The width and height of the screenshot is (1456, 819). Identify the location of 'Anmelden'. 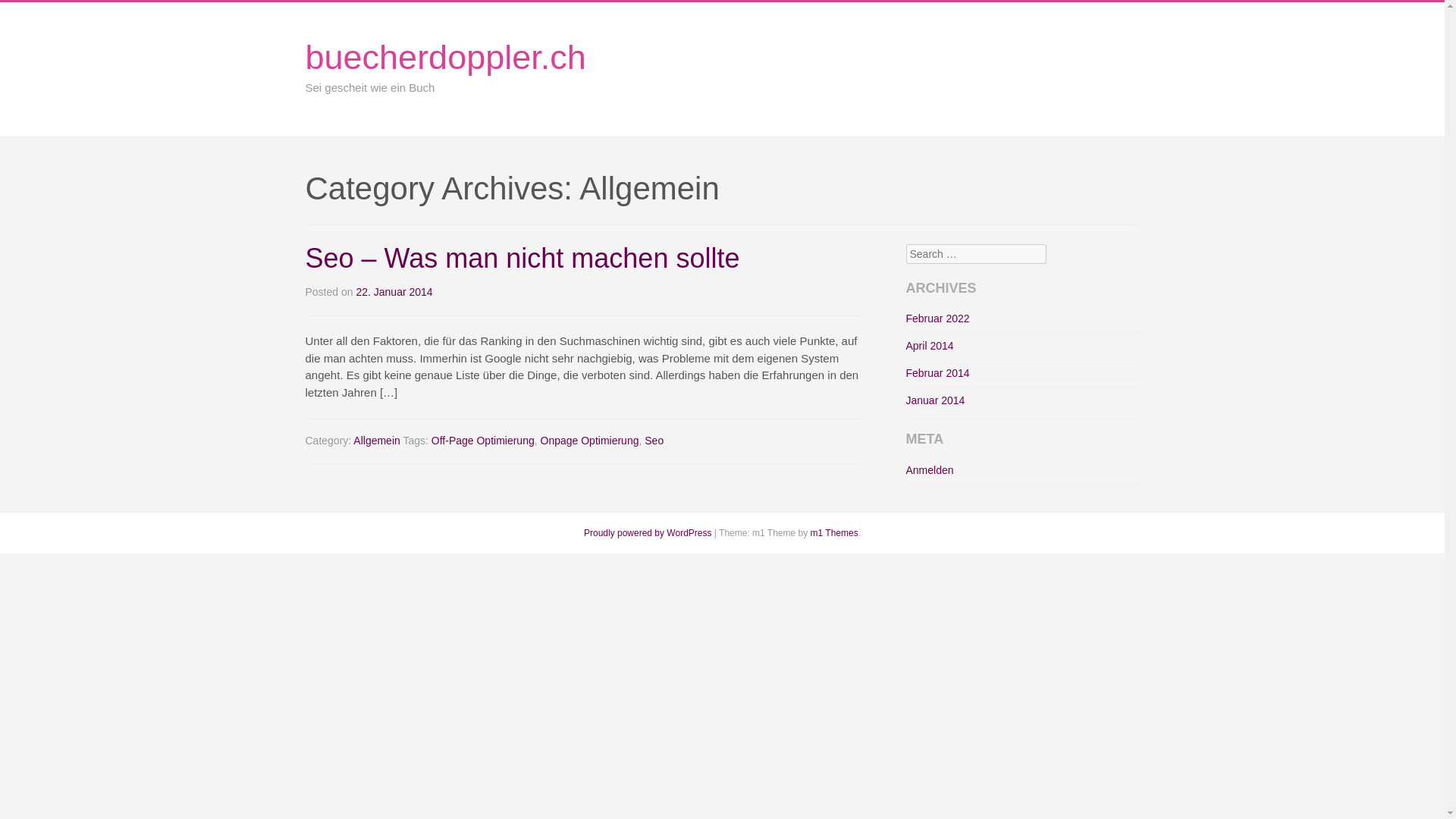
(905, 469).